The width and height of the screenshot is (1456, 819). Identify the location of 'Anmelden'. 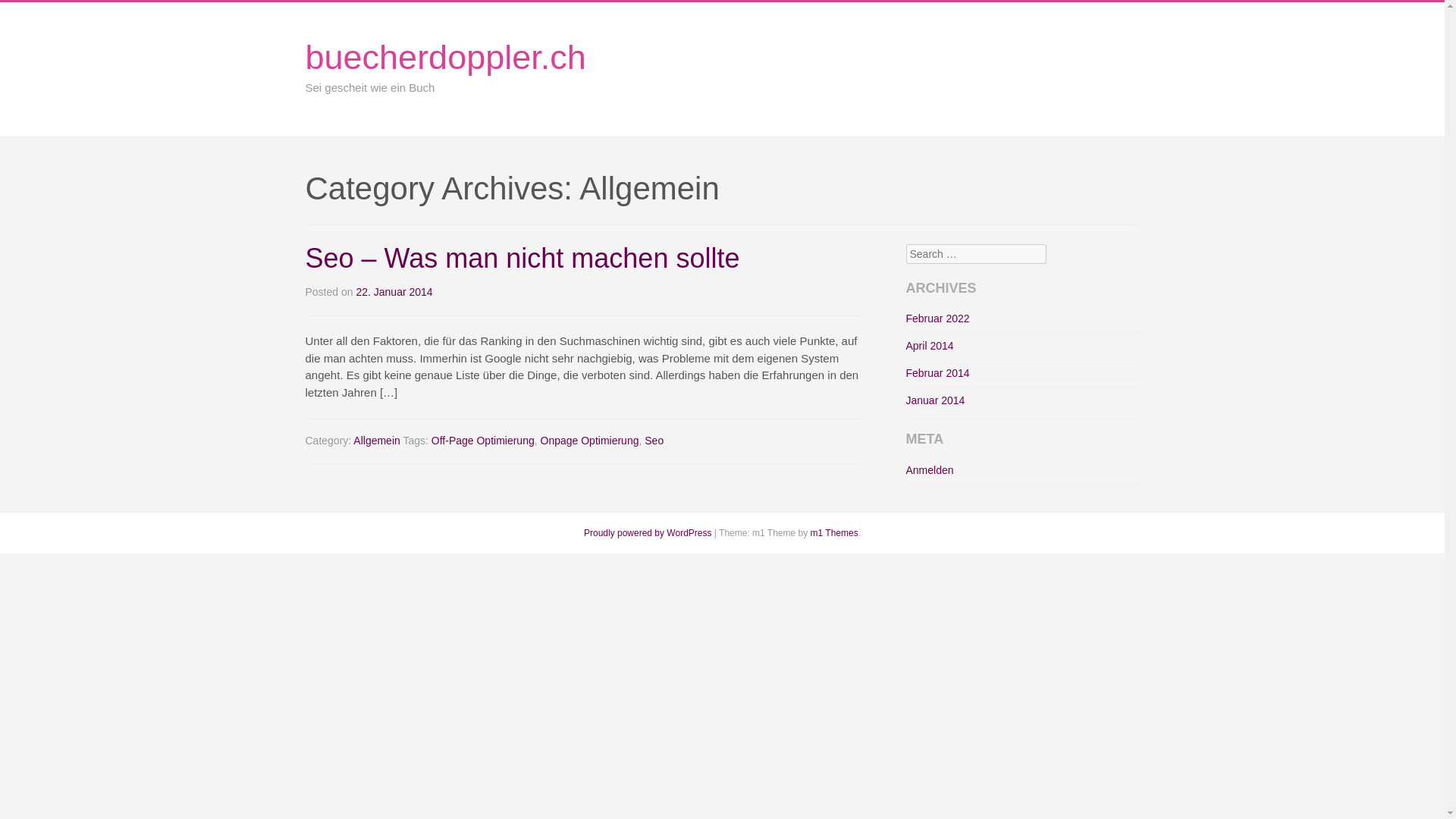
(905, 469).